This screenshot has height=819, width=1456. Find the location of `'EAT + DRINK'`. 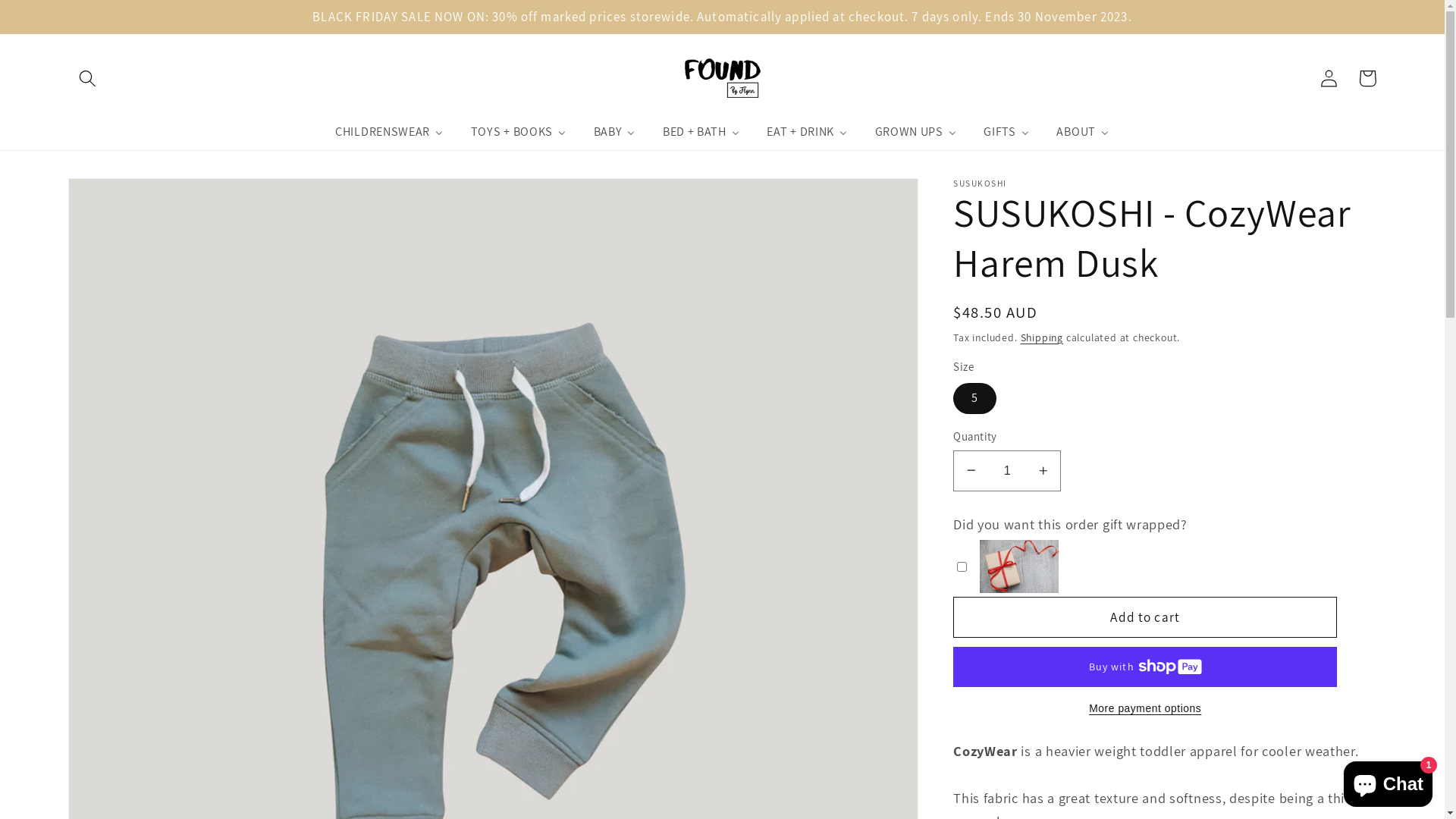

'EAT + DRINK' is located at coordinates (807, 130).